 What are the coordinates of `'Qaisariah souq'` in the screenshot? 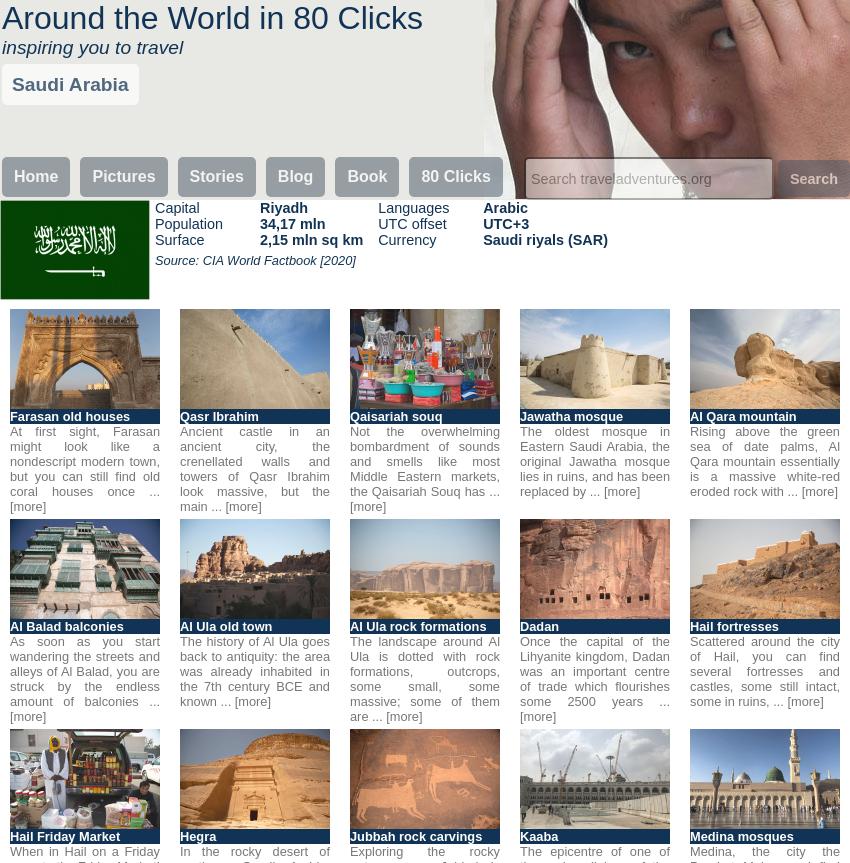 It's located at (349, 416).